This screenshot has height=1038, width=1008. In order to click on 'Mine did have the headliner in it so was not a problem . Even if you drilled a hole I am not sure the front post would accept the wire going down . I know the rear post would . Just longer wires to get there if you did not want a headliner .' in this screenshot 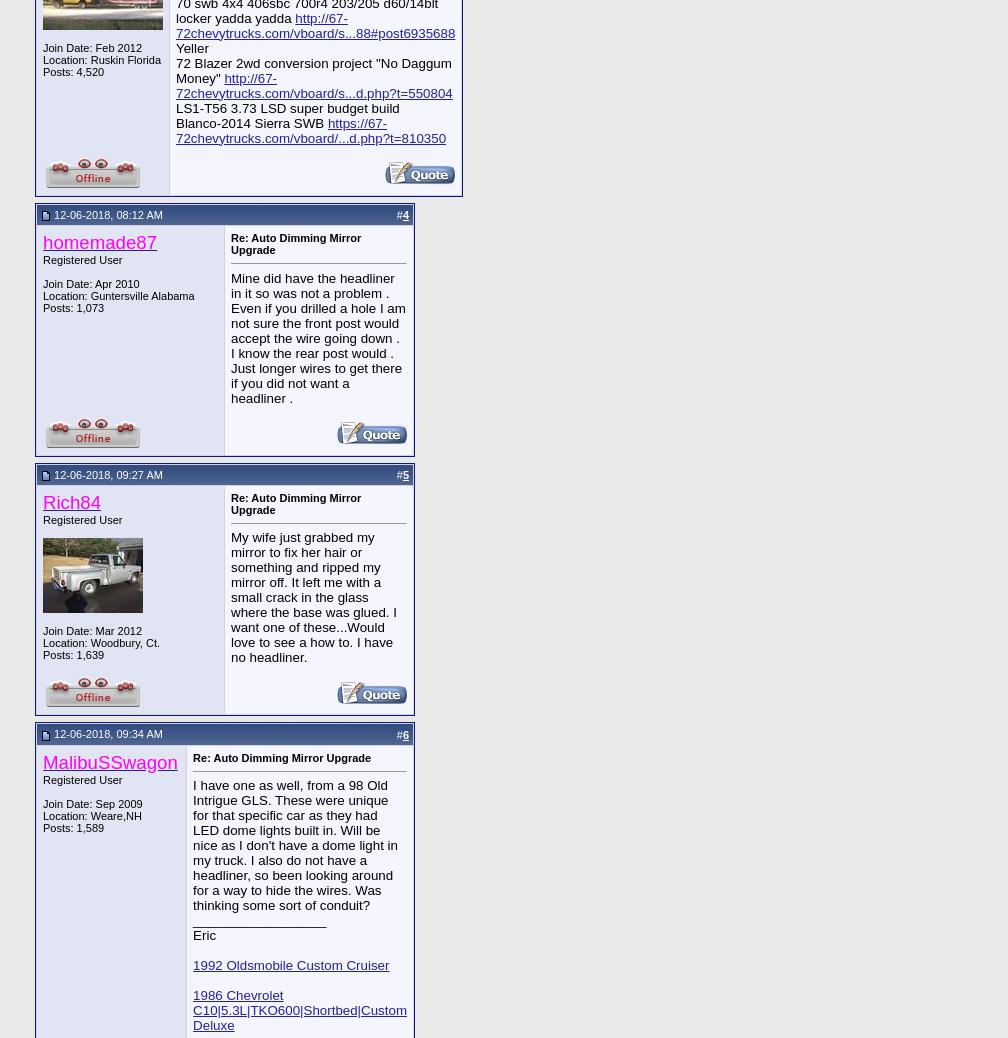, I will do `click(318, 337)`.